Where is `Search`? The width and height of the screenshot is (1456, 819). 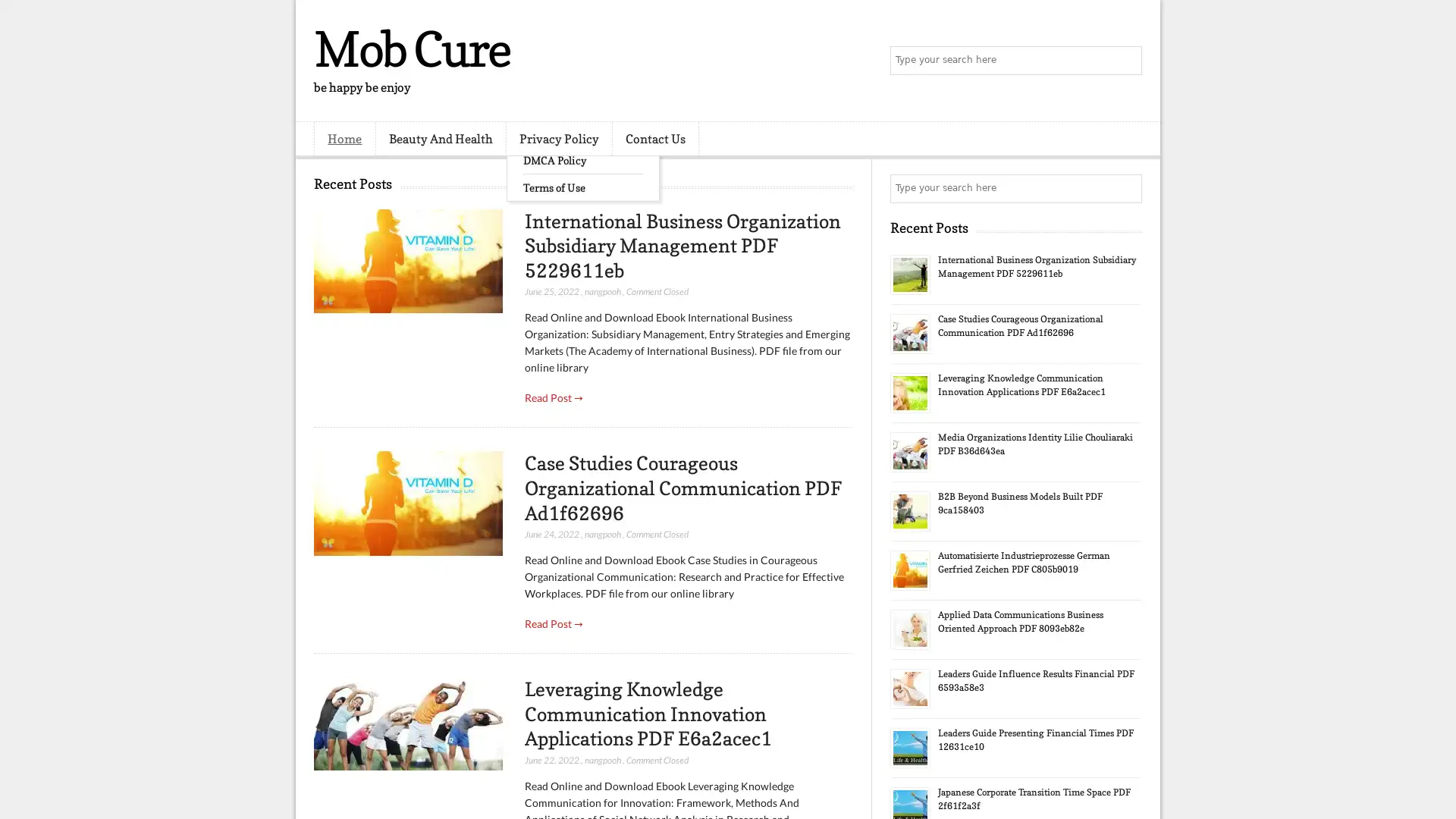 Search is located at coordinates (1126, 188).